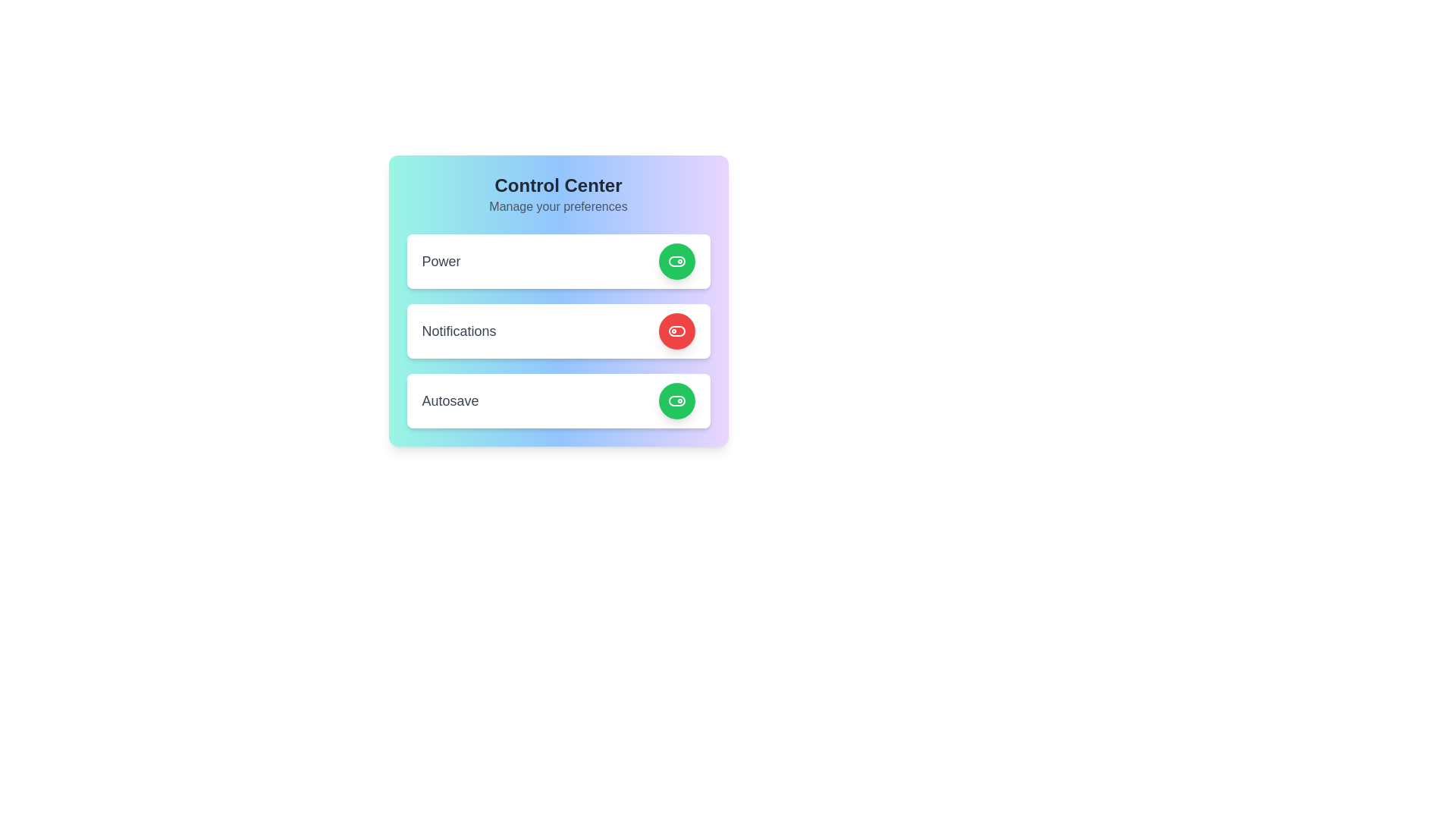  Describe the element at coordinates (676, 400) in the screenshot. I see `the button corresponding to autosave to observe its hover effect` at that location.